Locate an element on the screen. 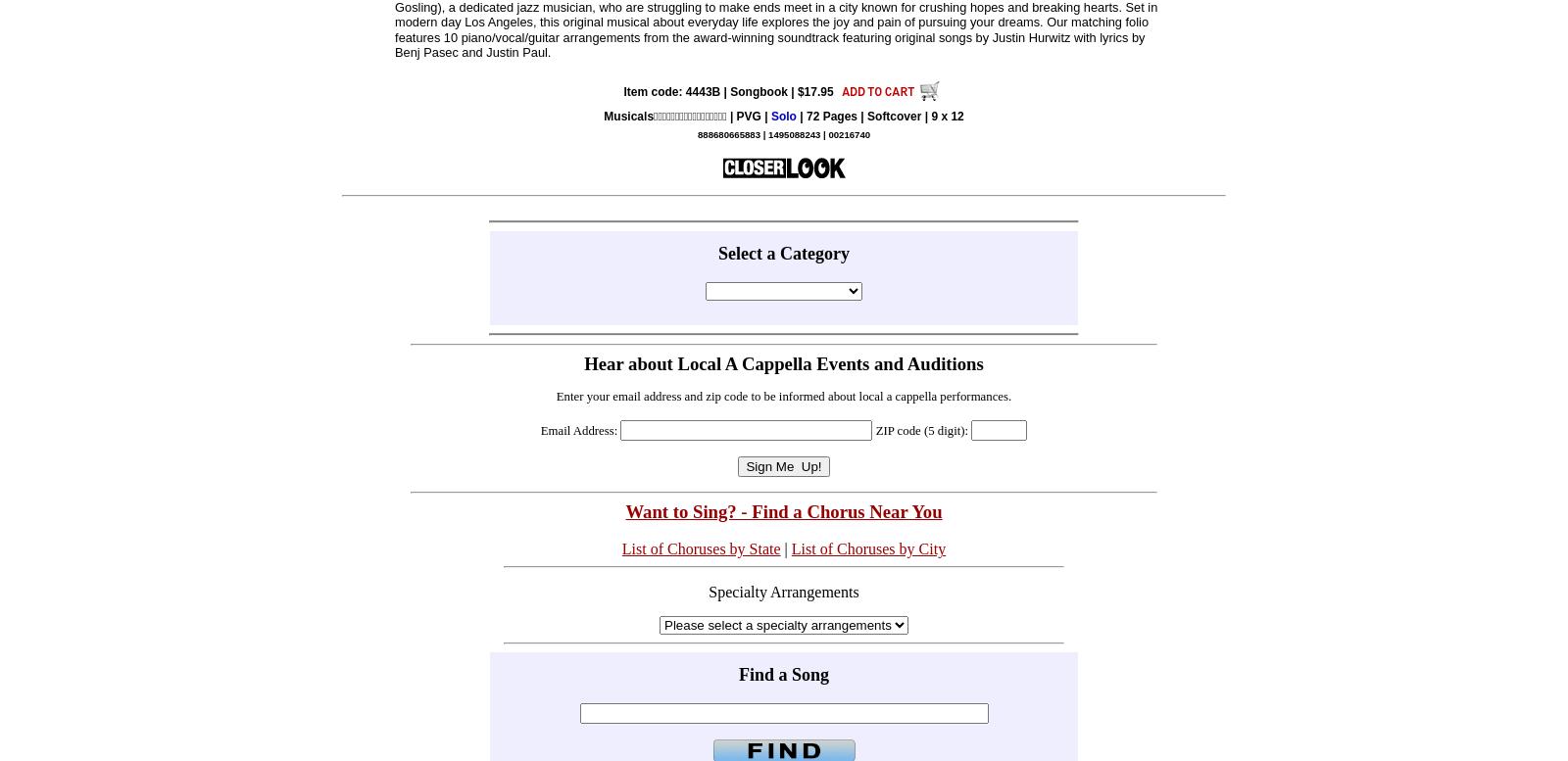 This screenshot has width=1568, height=761. 'Hear about Local A Cappella Events and Auditions' is located at coordinates (783, 362).